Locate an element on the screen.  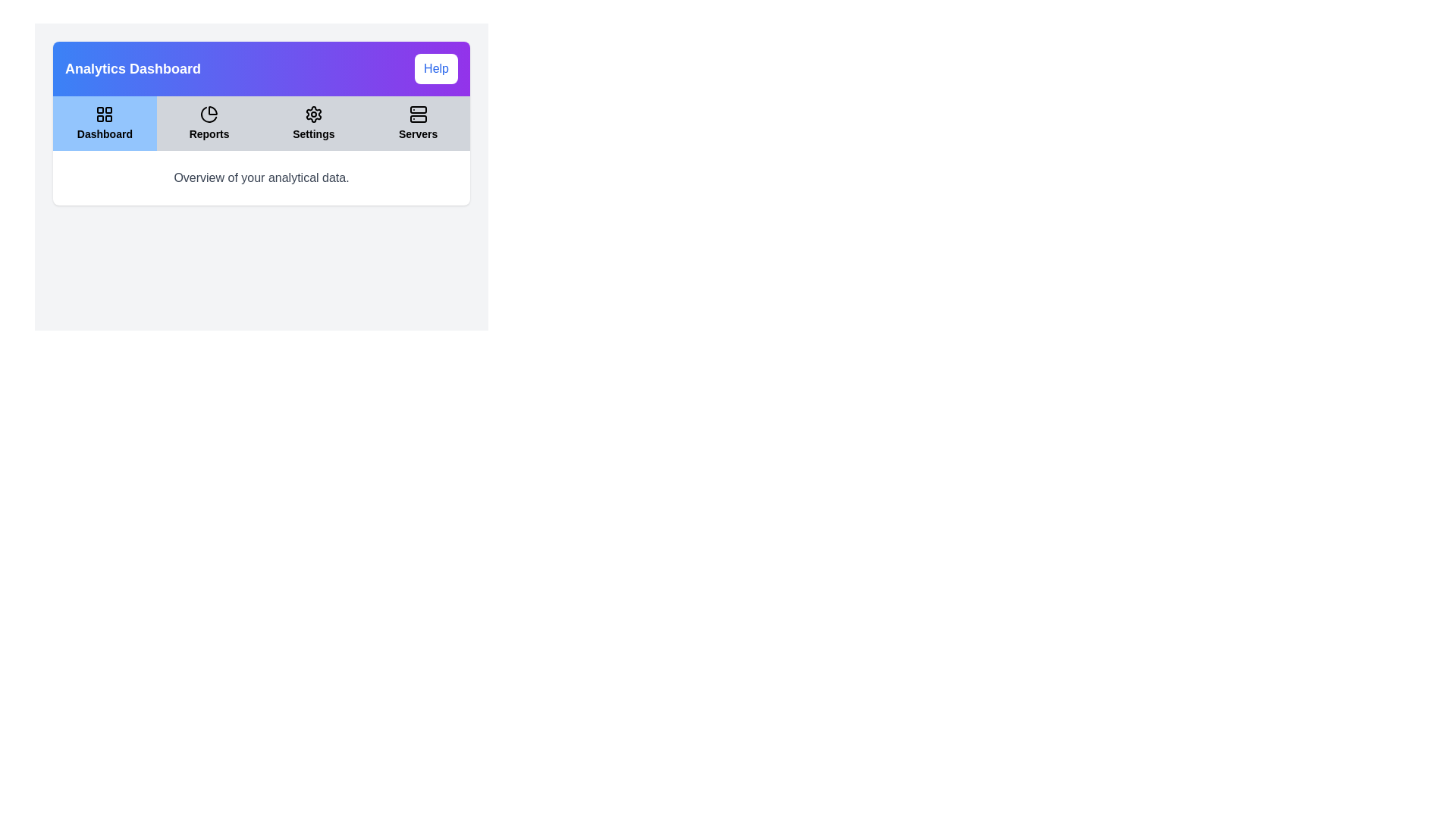
the gear-shaped icon button in the top navigation bar, which signifies settings or configurations, located between the Reports and Servers icons is located at coordinates (312, 113).